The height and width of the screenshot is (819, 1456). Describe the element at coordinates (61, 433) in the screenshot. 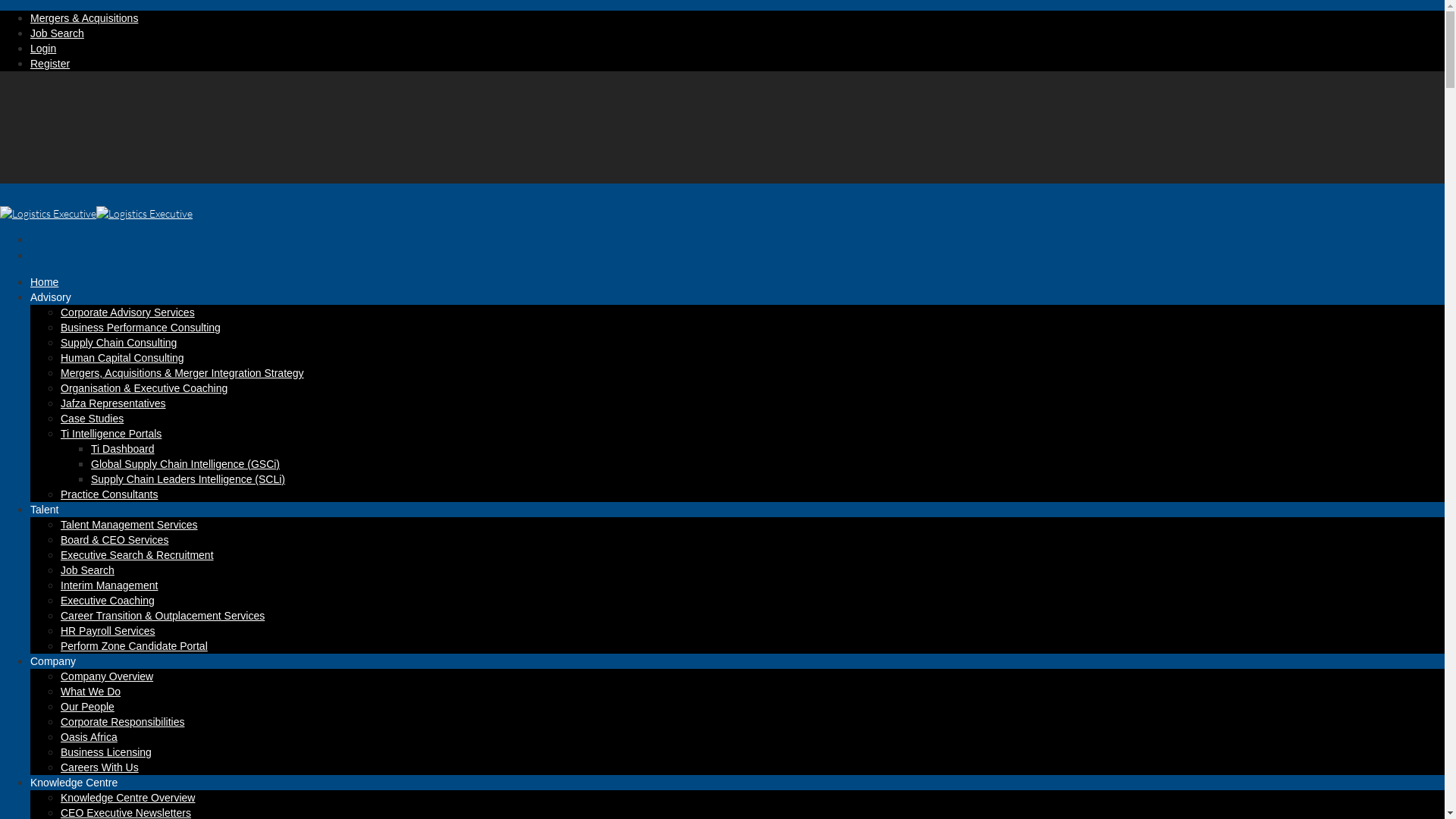

I see `'Ti Intelligence Portals'` at that location.